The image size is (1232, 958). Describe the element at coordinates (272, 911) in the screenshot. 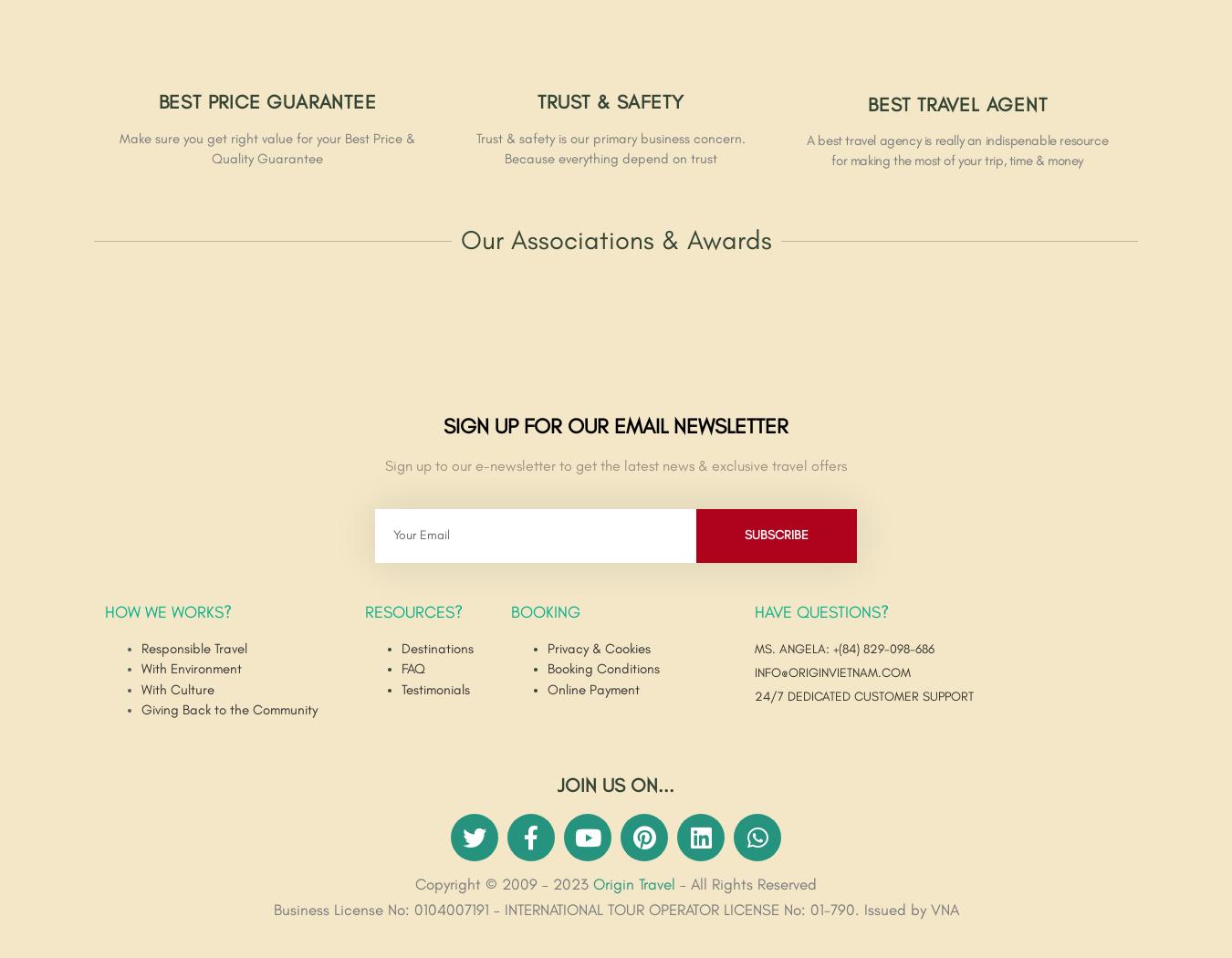

I see `'Business License No: 0104007191 – INTERNATIONAL TOUR OPERATOR LICENSE No: 01-790. Issued by VNA'` at that location.